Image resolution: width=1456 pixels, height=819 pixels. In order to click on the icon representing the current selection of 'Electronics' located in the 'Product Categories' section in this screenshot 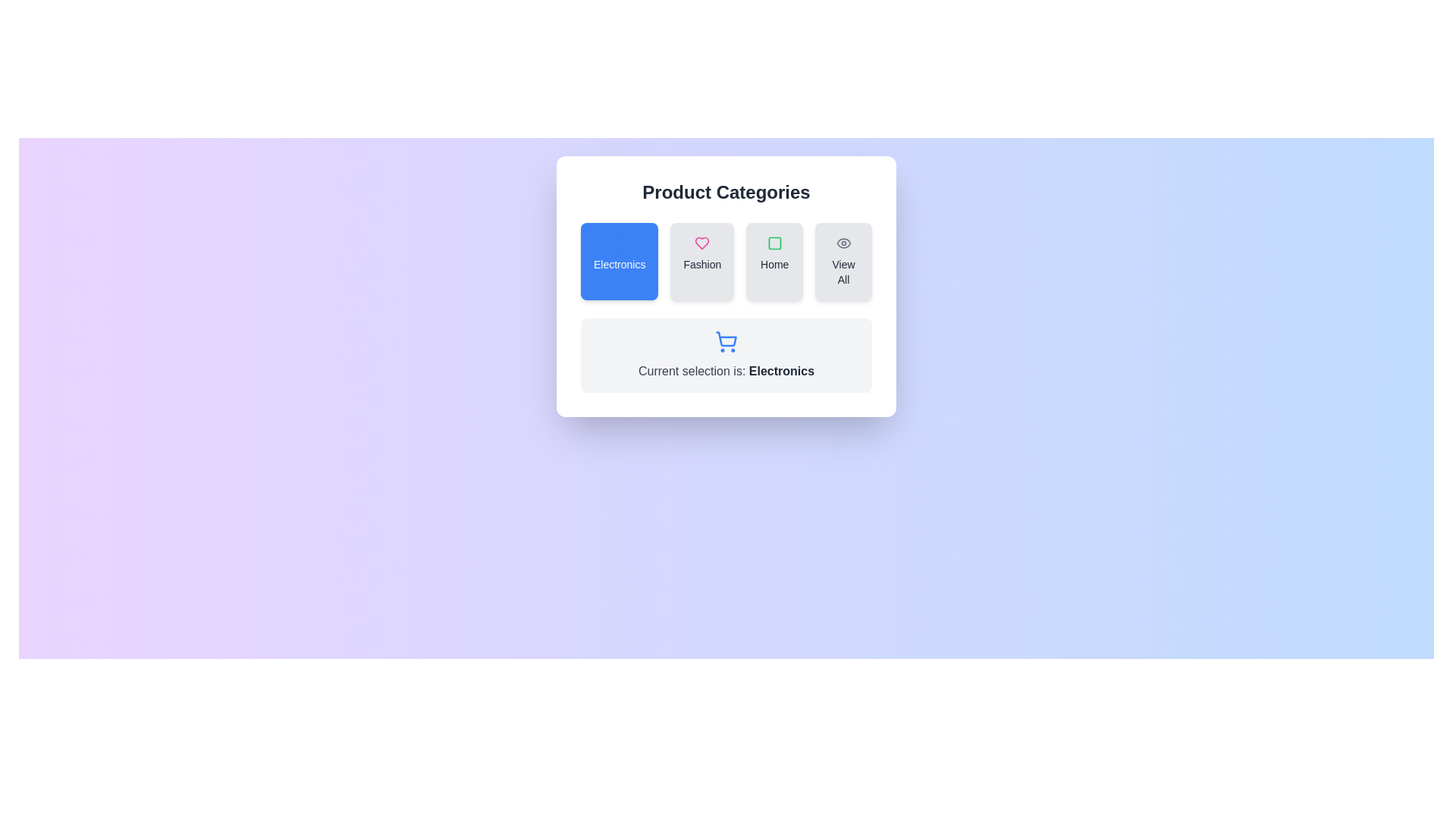, I will do `click(726, 342)`.